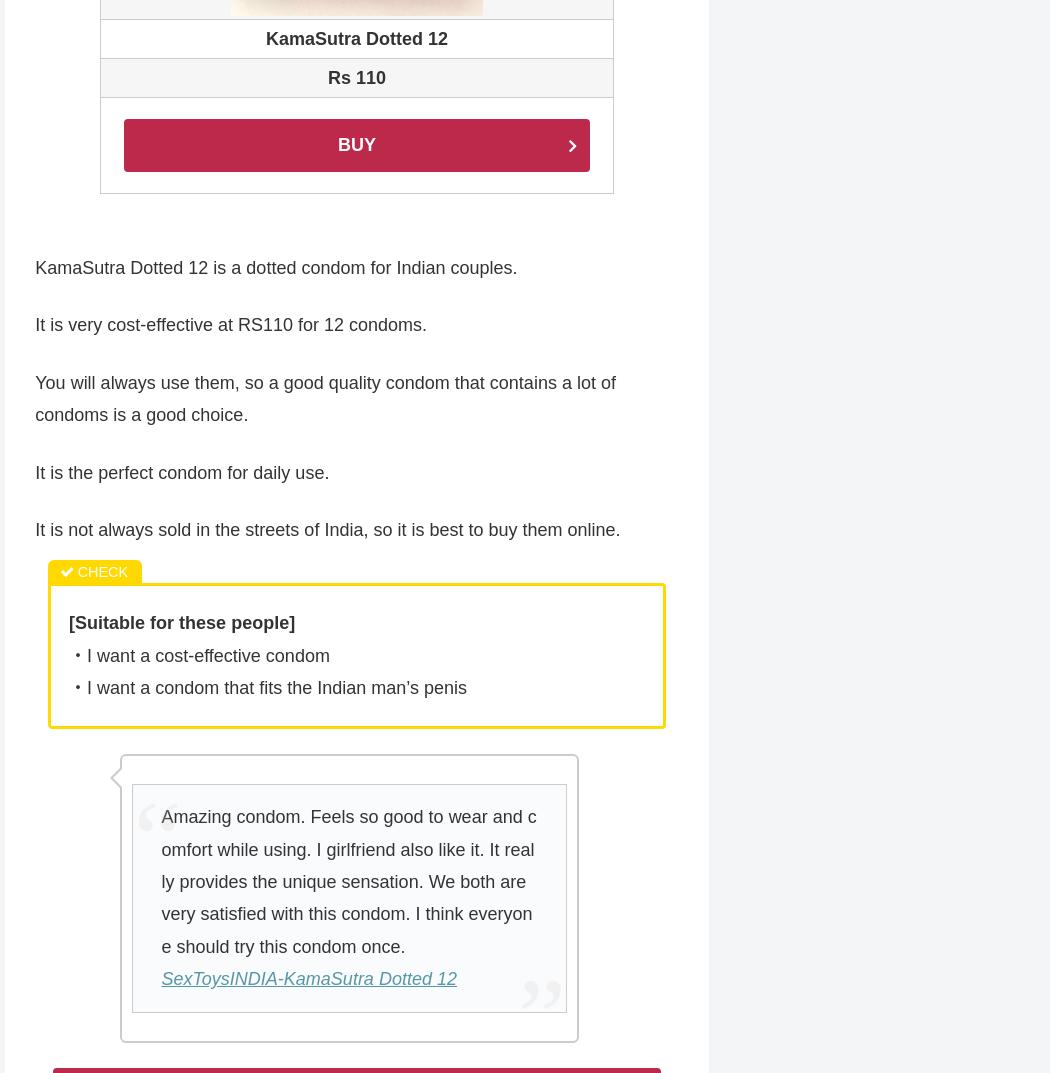  Describe the element at coordinates (355, 39) in the screenshot. I see `'KamaSutra Dotted 12'` at that location.